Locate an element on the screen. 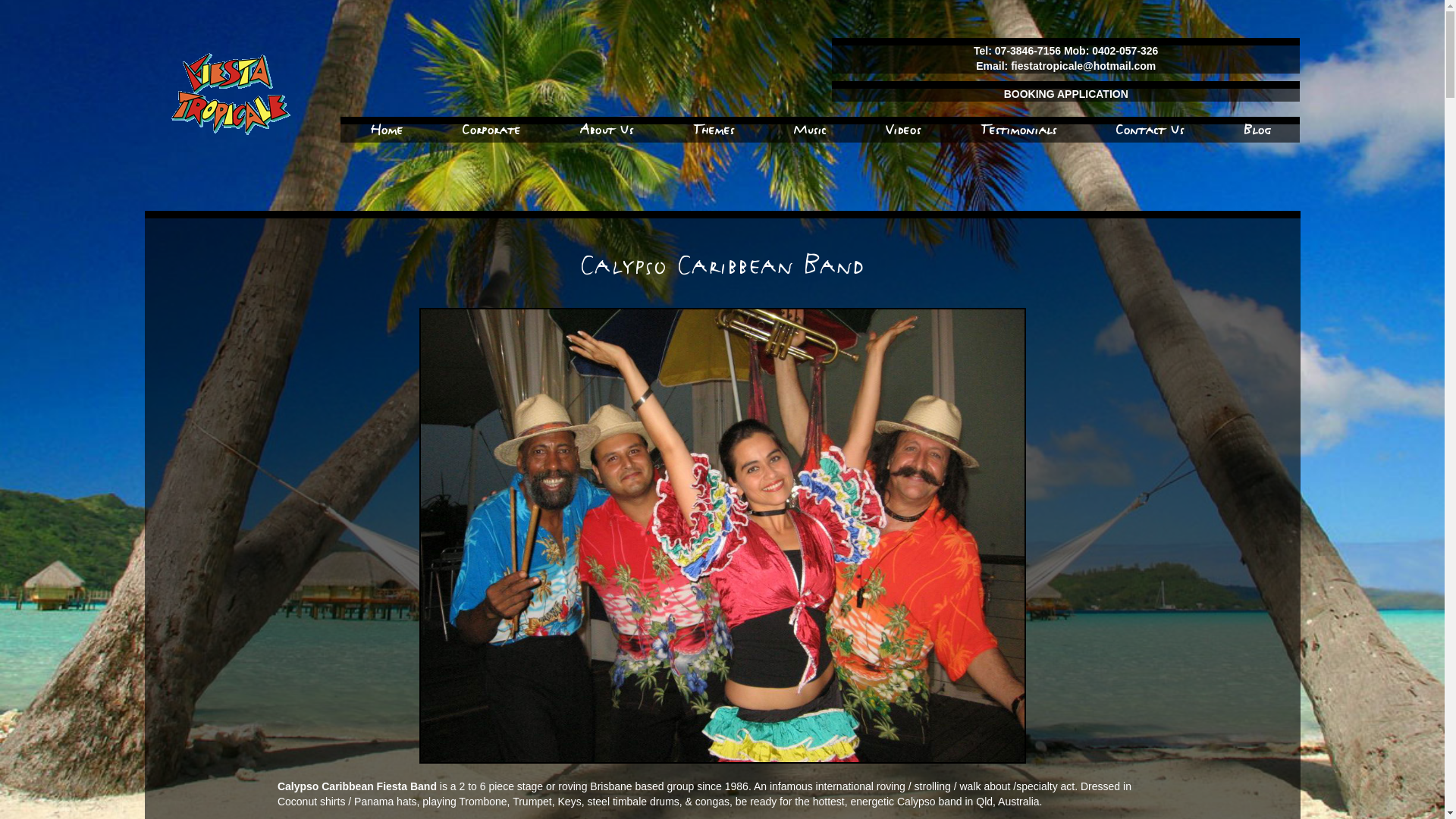 Image resolution: width=1456 pixels, height=819 pixels. '0402-057-326' is located at coordinates (1125, 49).